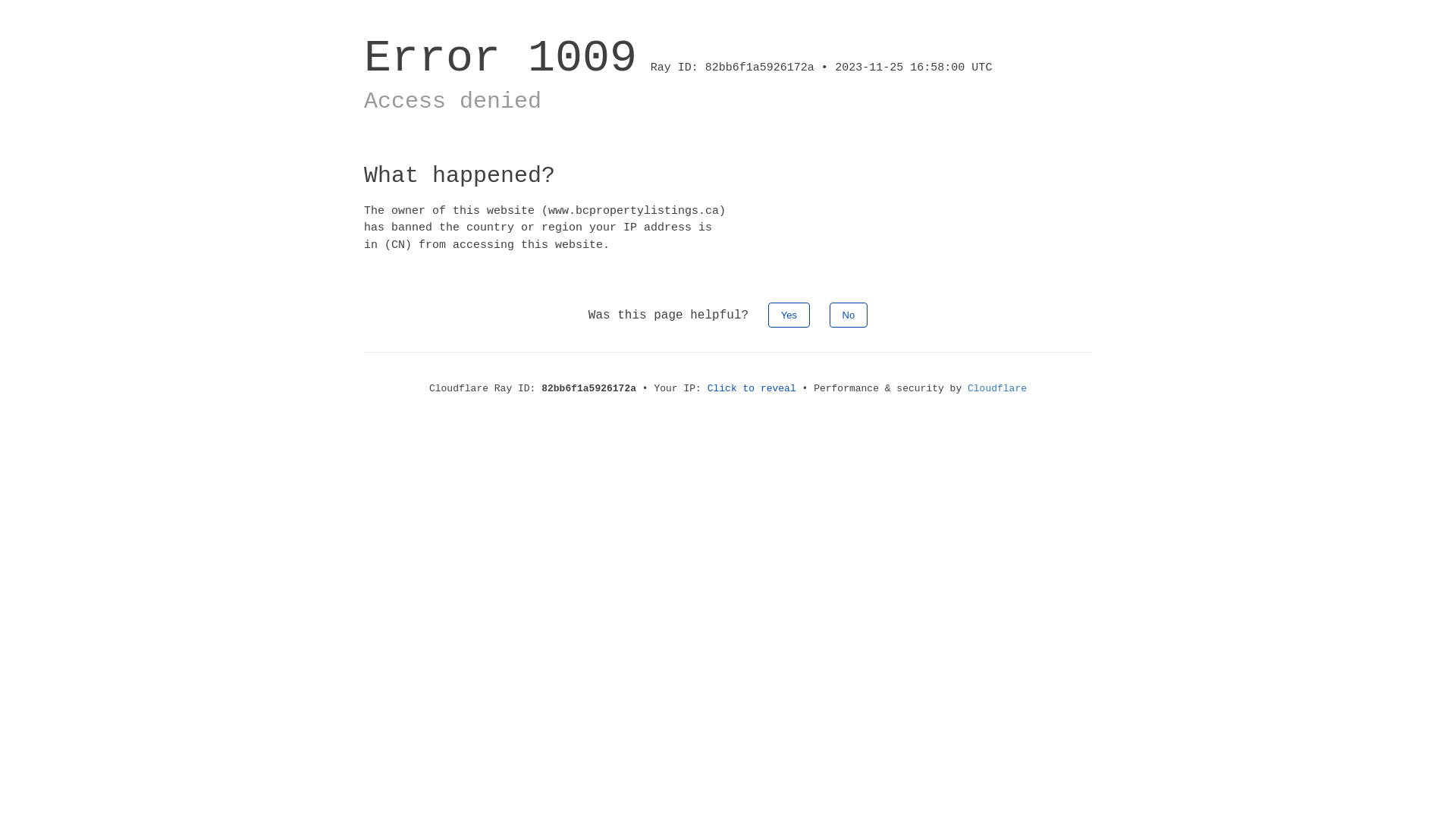  What do you see at coordinates (752, 388) in the screenshot?
I see `'Click to reveal'` at bounding box center [752, 388].